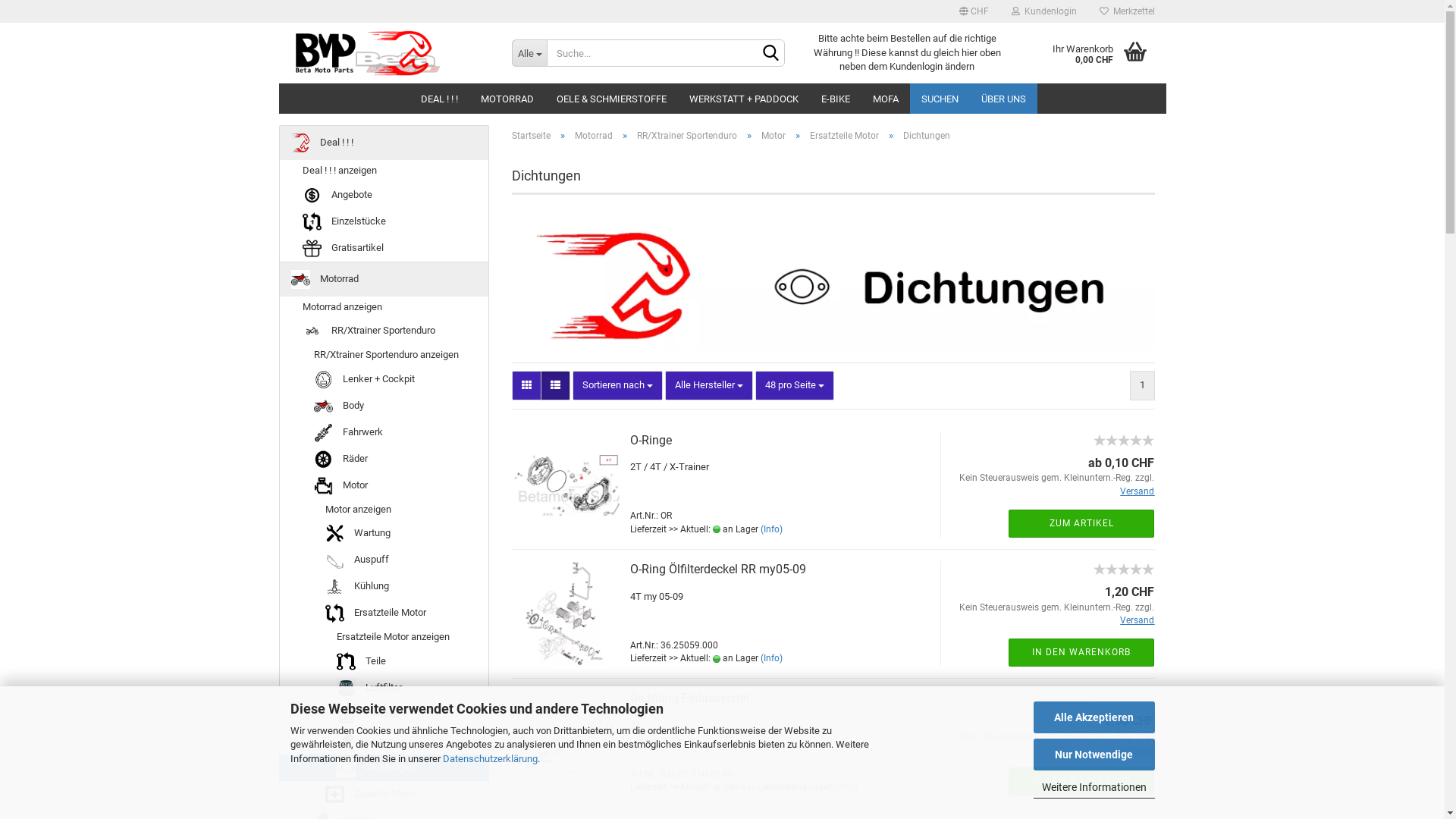 The height and width of the screenshot is (819, 1456). What do you see at coordinates (279, 532) in the screenshot?
I see `'Wartung'` at bounding box center [279, 532].